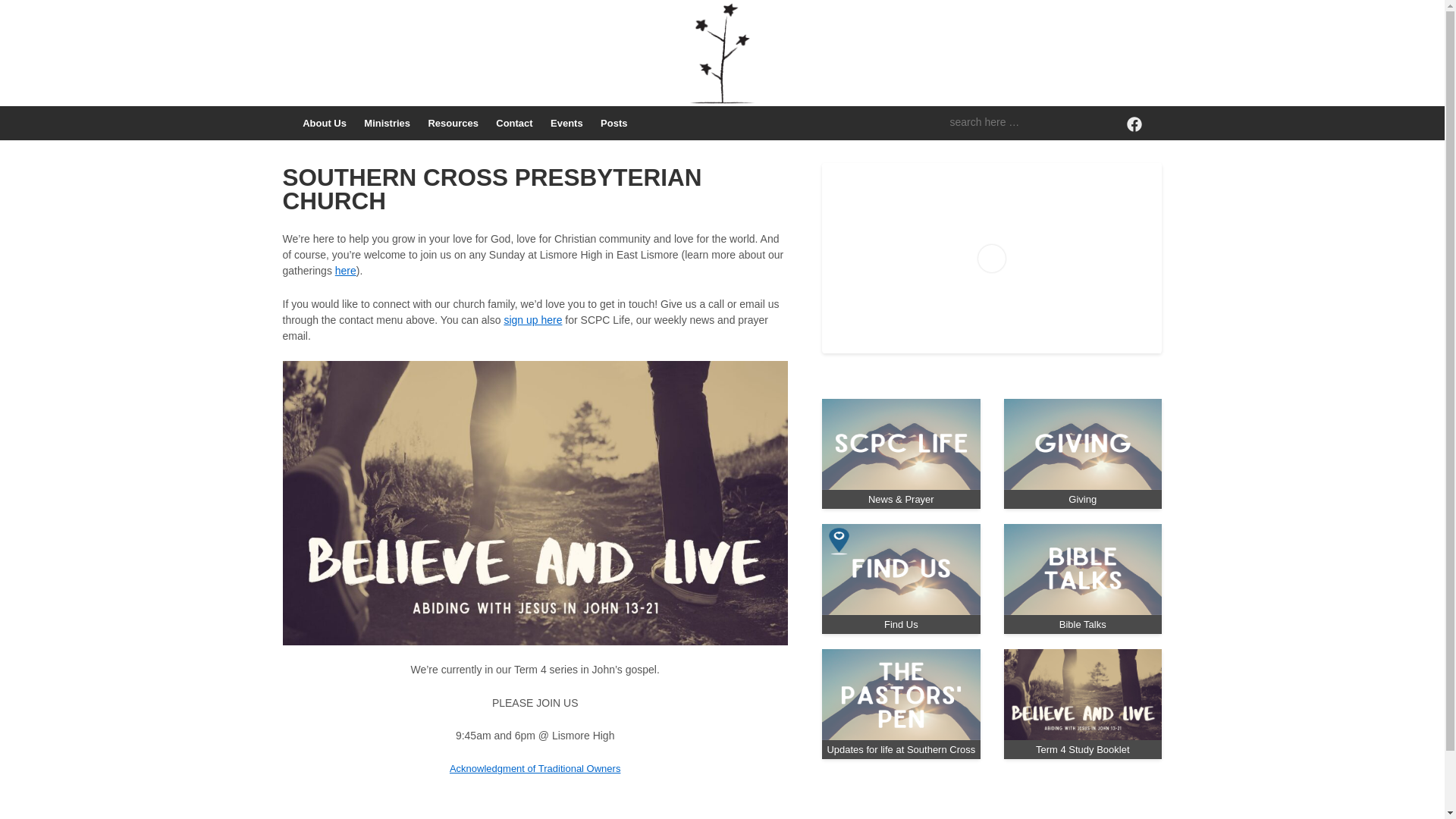 The width and height of the screenshot is (1456, 819). I want to click on 'Ministries', so click(387, 122).